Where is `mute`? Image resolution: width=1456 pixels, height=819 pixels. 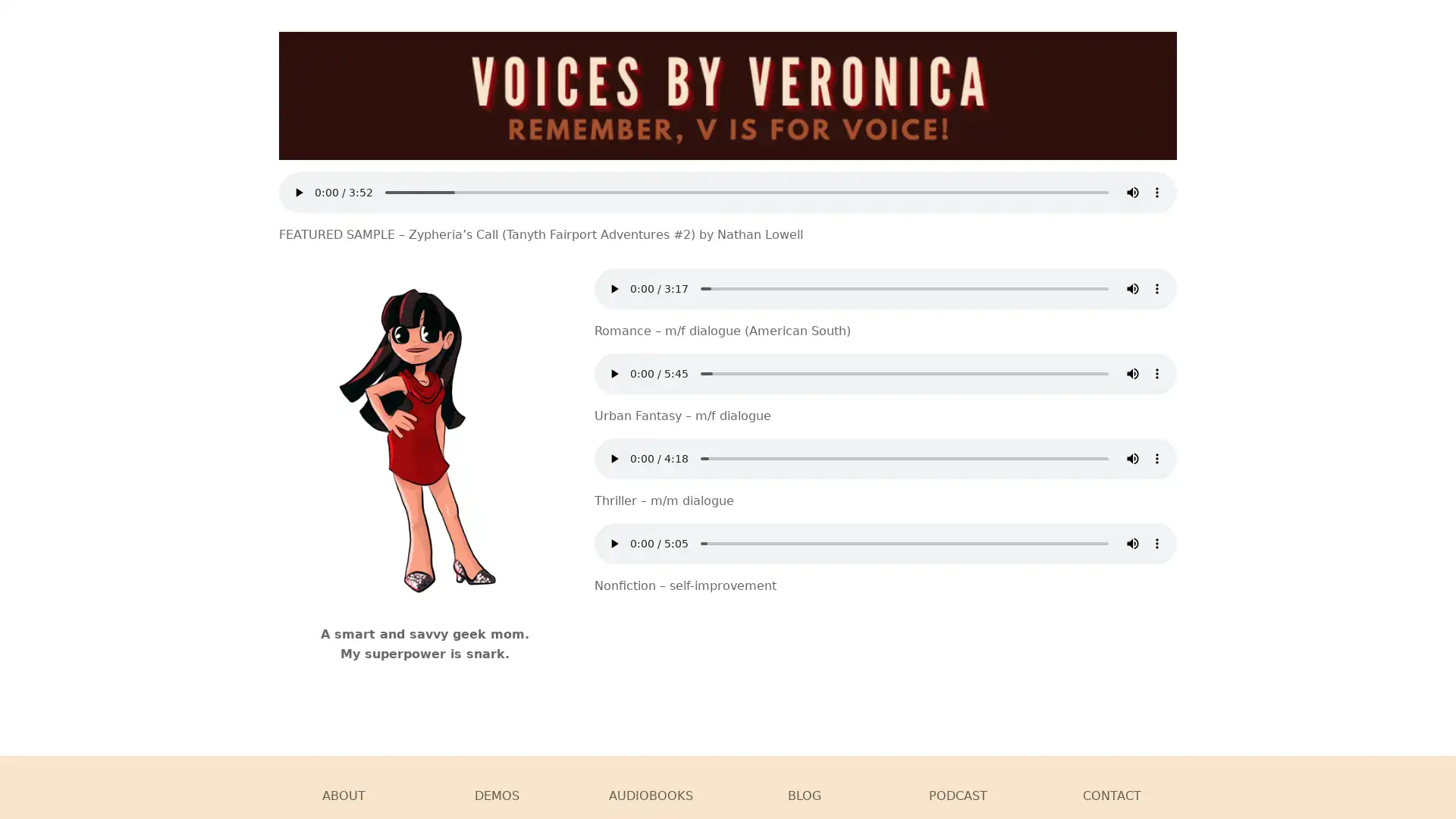 mute is located at coordinates (1132, 289).